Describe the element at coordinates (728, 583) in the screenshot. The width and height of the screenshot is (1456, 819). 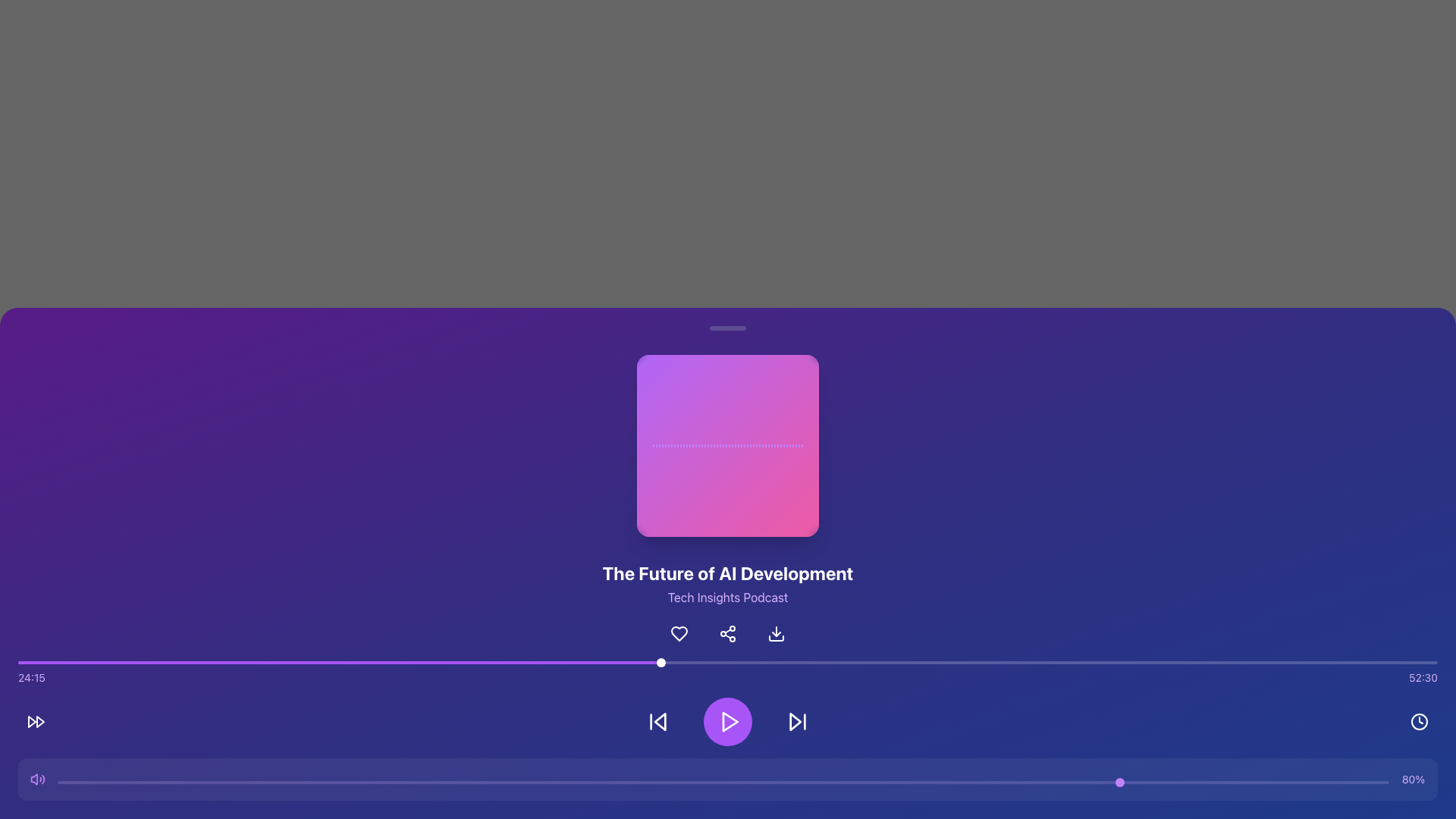
I see `the text element displaying 'The Future of AI Development' and 'Tech Insights Podcast', which is located below the square image and above the interactive control icons` at that location.